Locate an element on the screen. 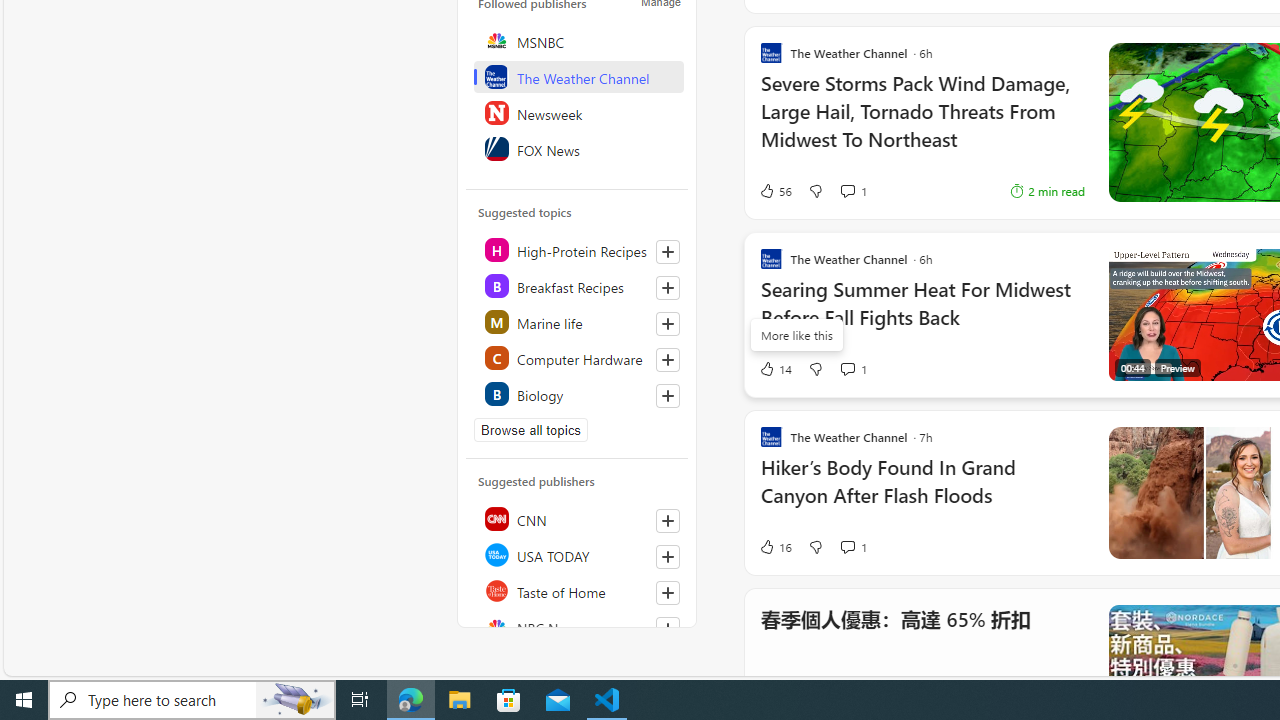  '16 Like' is located at coordinates (774, 546).